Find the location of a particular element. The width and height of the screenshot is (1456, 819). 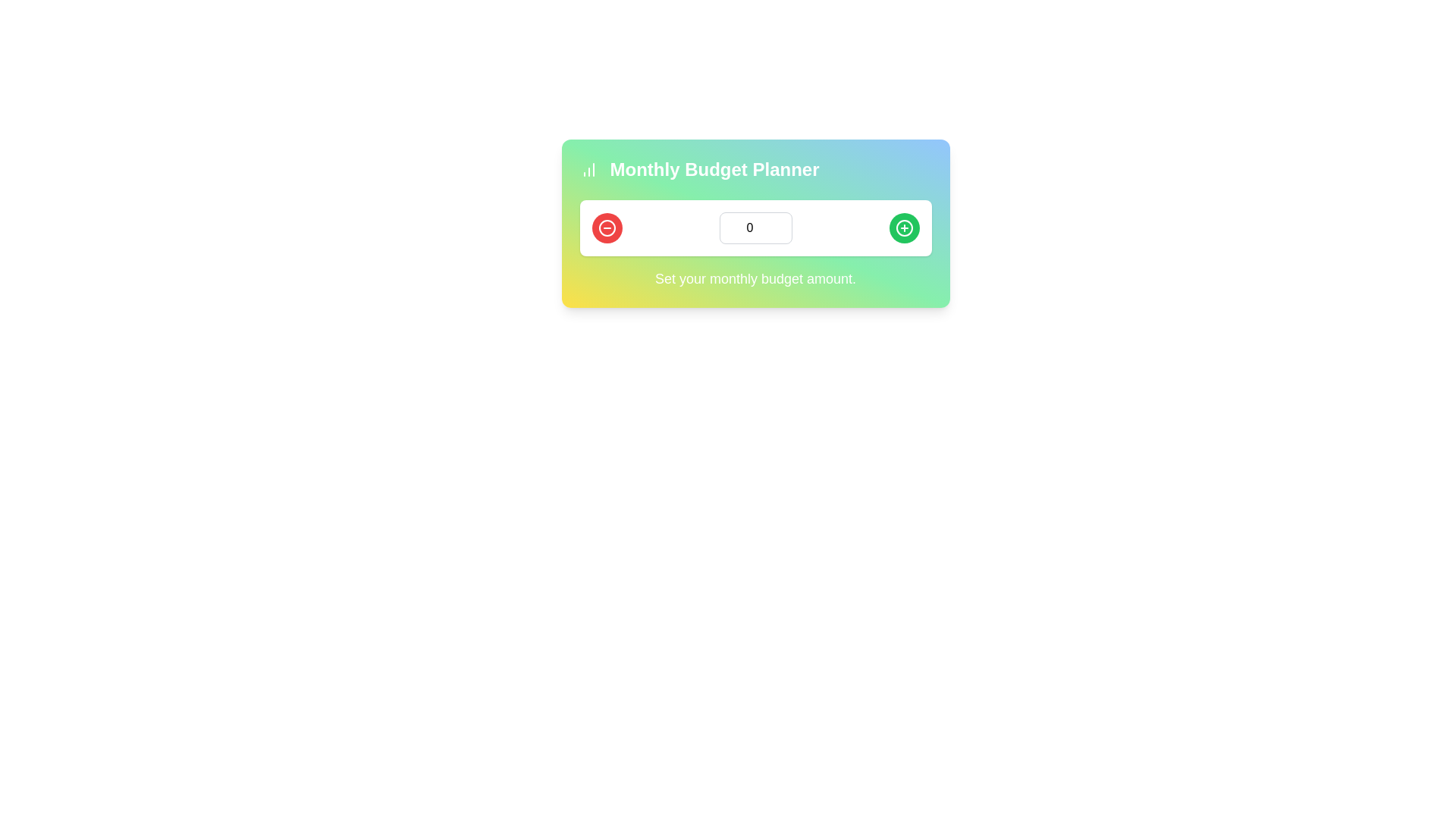

the rightmost circular green button with a white '+' icon to trigger hover effects is located at coordinates (904, 227).